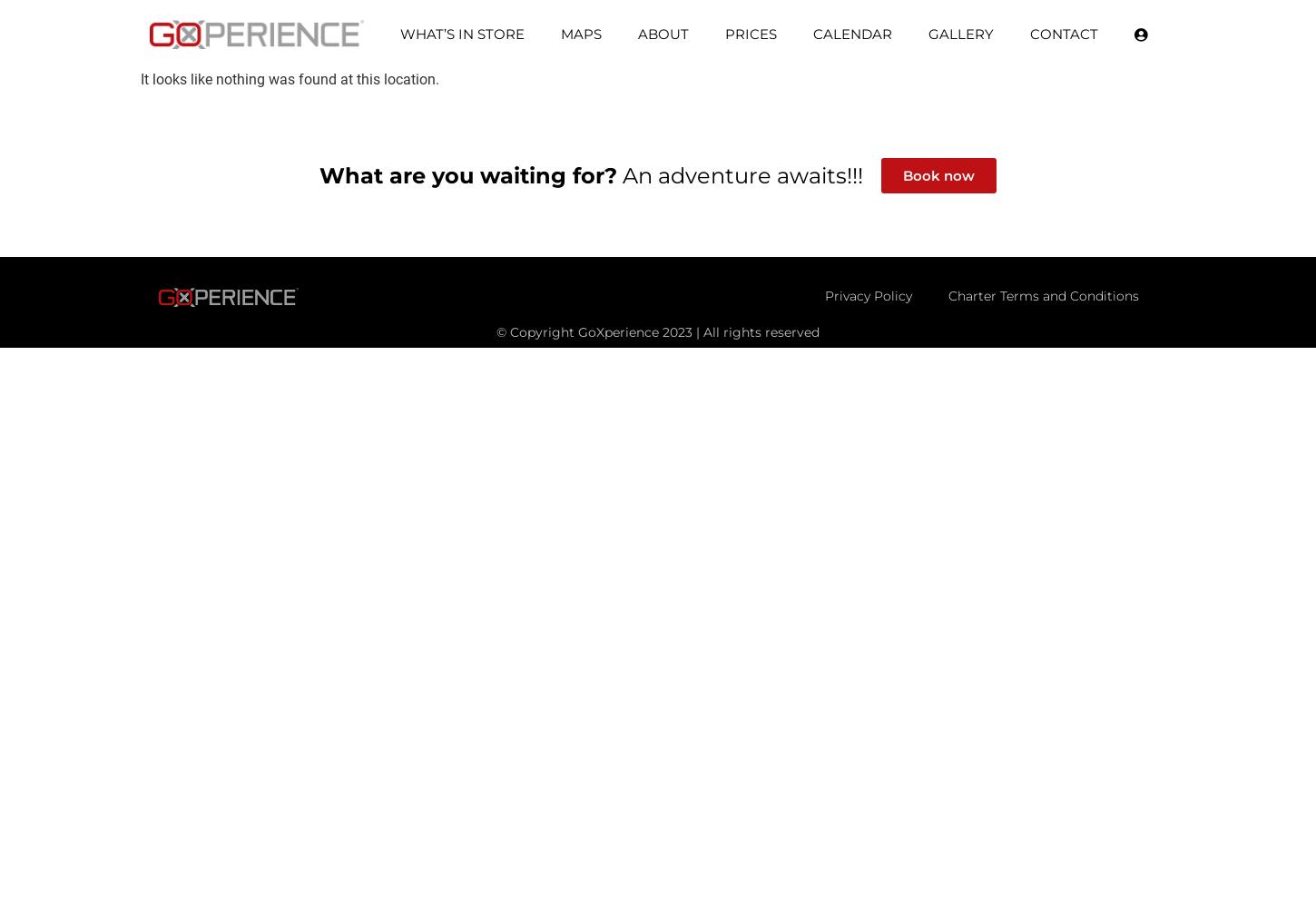 This screenshot has width=1316, height=908. I want to click on 'Gallery', so click(960, 34).